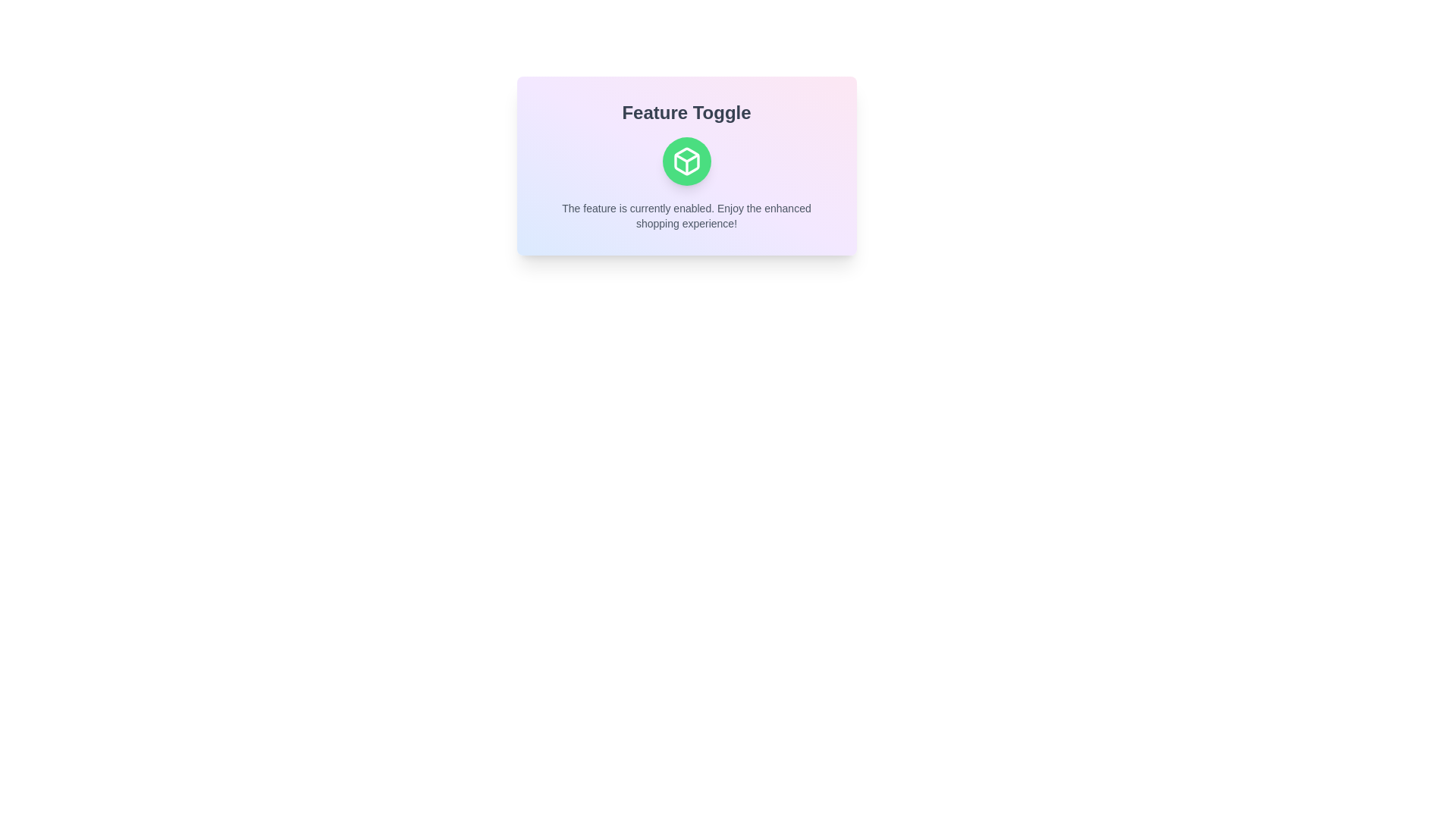  Describe the element at coordinates (686, 216) in the screenshot. I see `the text display area that conveys status messages, located beneath the green icon within the rounded rectangle card labeled 'Feature Toggle.'` at that location.